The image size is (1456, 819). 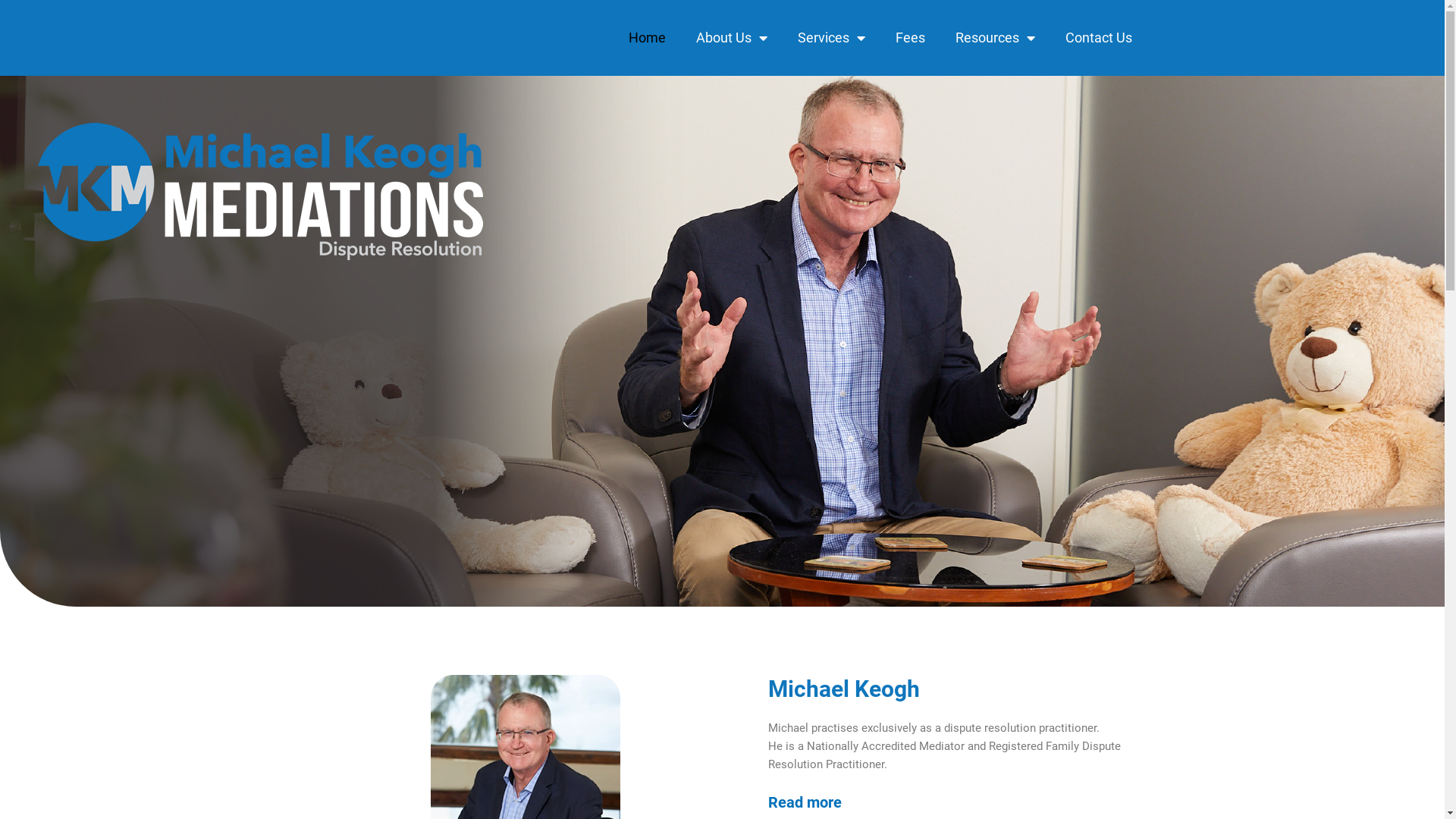 What do you see at coordinates (646, 37) in the screenshot?
I see `'Home'` at bounding box center [646, 37].